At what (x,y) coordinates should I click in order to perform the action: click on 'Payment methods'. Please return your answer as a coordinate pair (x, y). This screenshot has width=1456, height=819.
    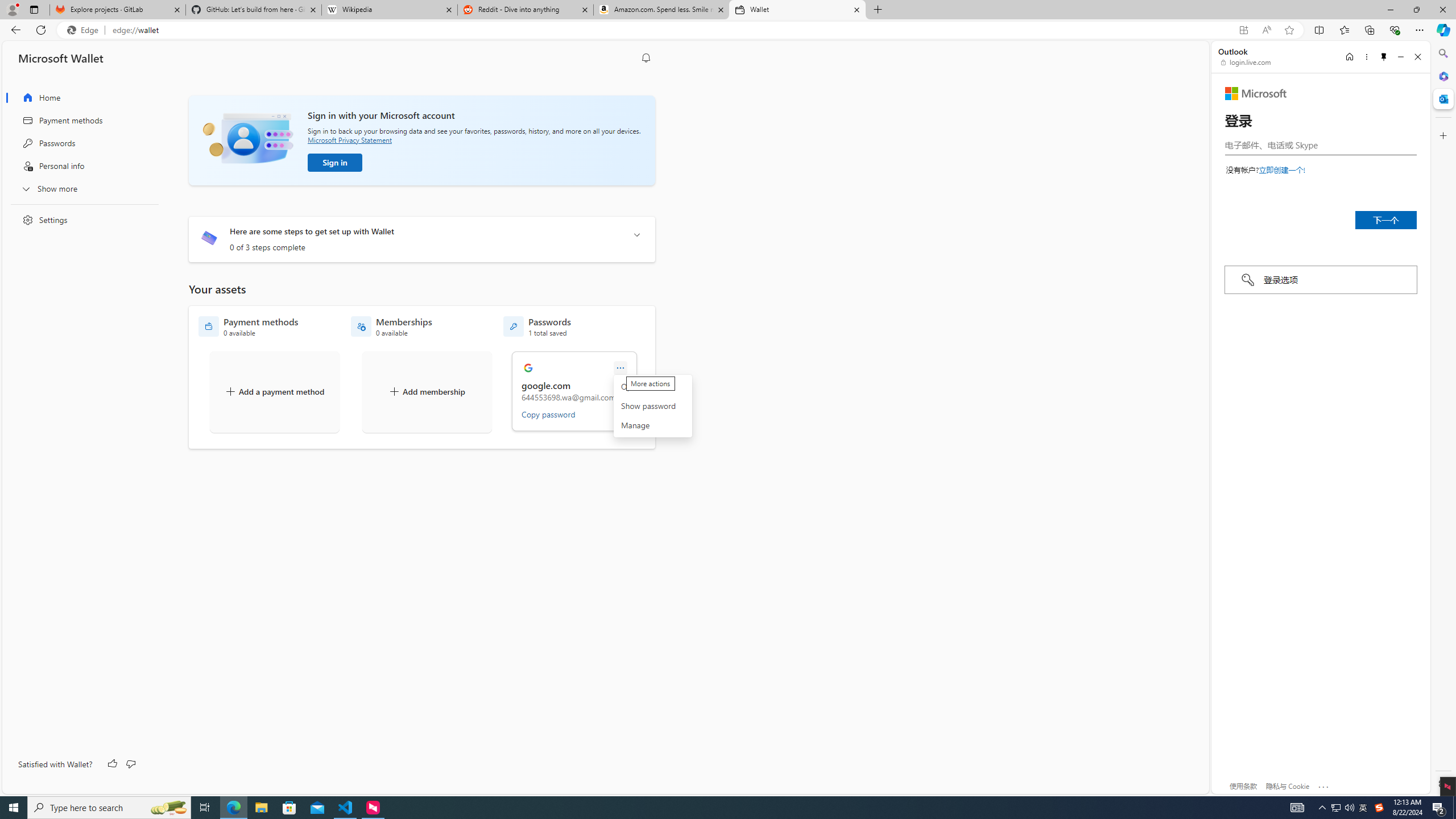
    Looking at the image, I should click on (81, 120).